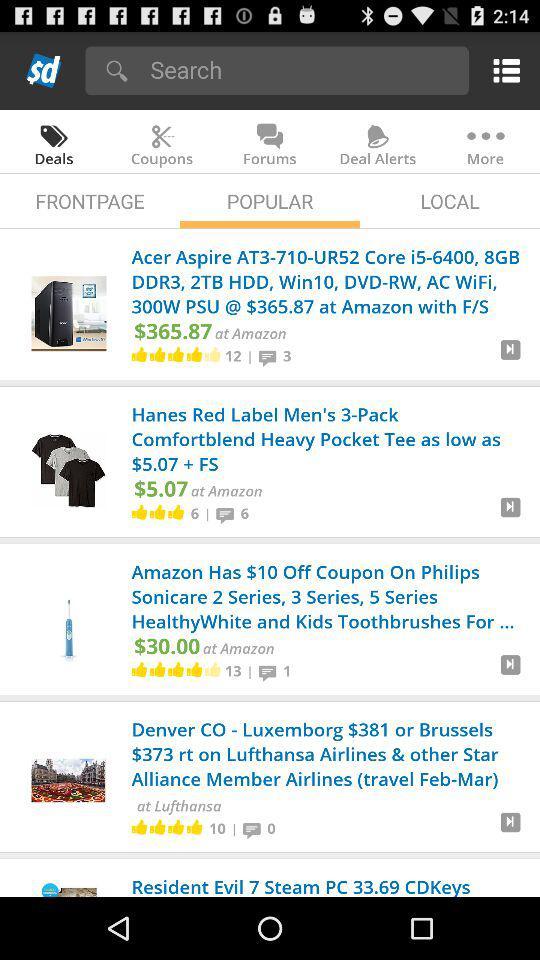  I want to click on type keyword to search, so click(302, 69).